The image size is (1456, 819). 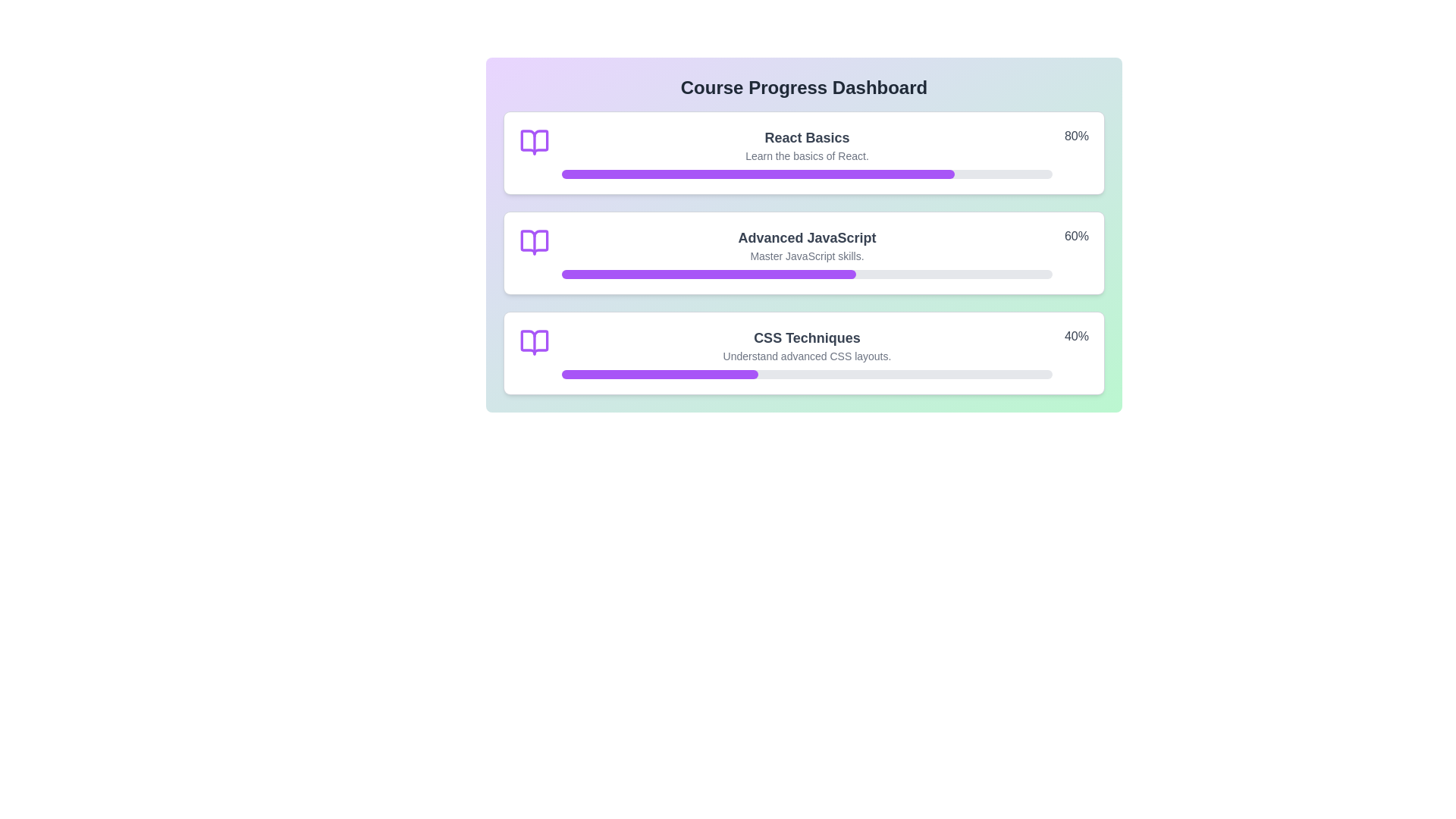 What do you see at coordinates (1076, 237) in the screenshot?
I see `the text label displaying the numeric progress percentage for the 'Advanced JavaScript' course, located at the top-right corner of the course progress card` at bounding box center [1076, 237].